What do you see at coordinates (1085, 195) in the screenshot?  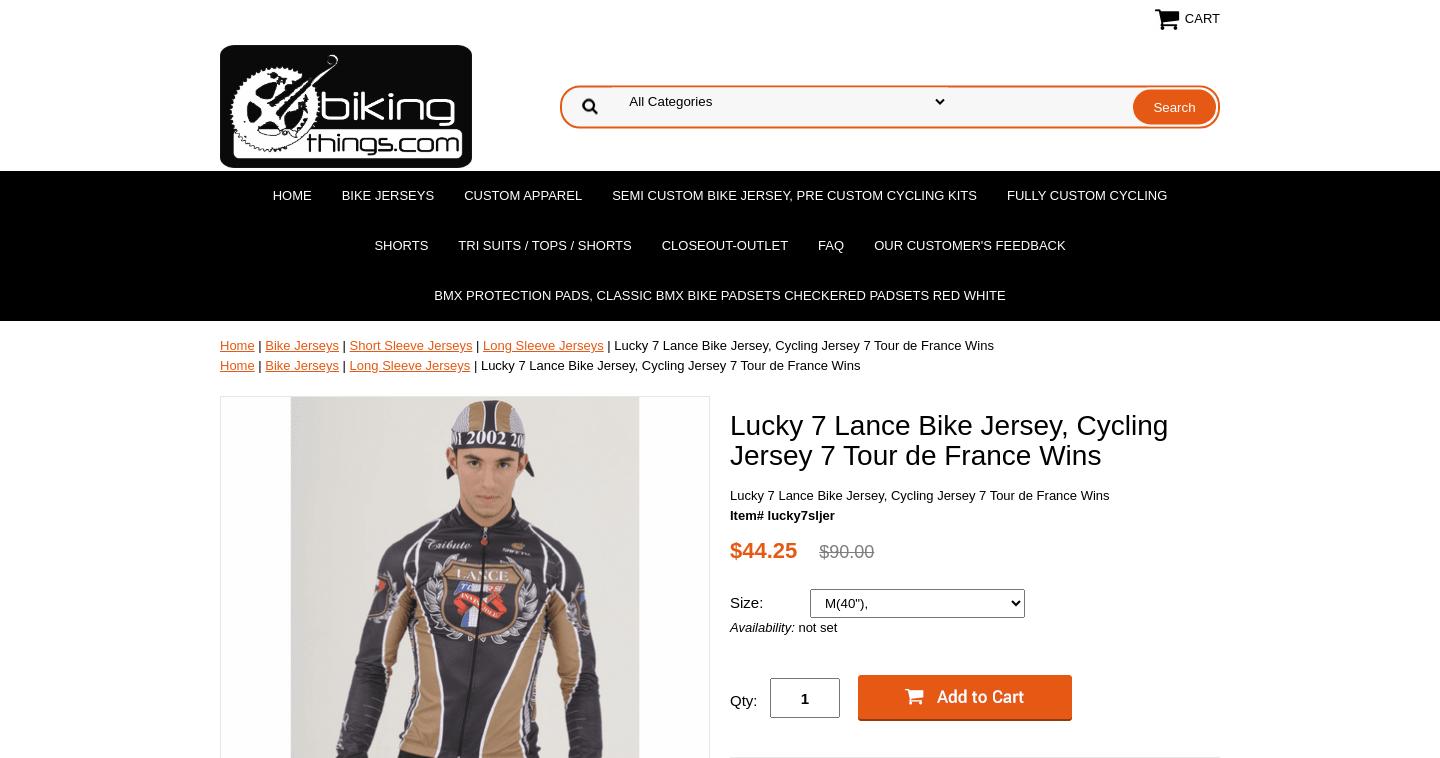 I see `'Fully Custom Cycling'` at bounding box center [1085, 195].